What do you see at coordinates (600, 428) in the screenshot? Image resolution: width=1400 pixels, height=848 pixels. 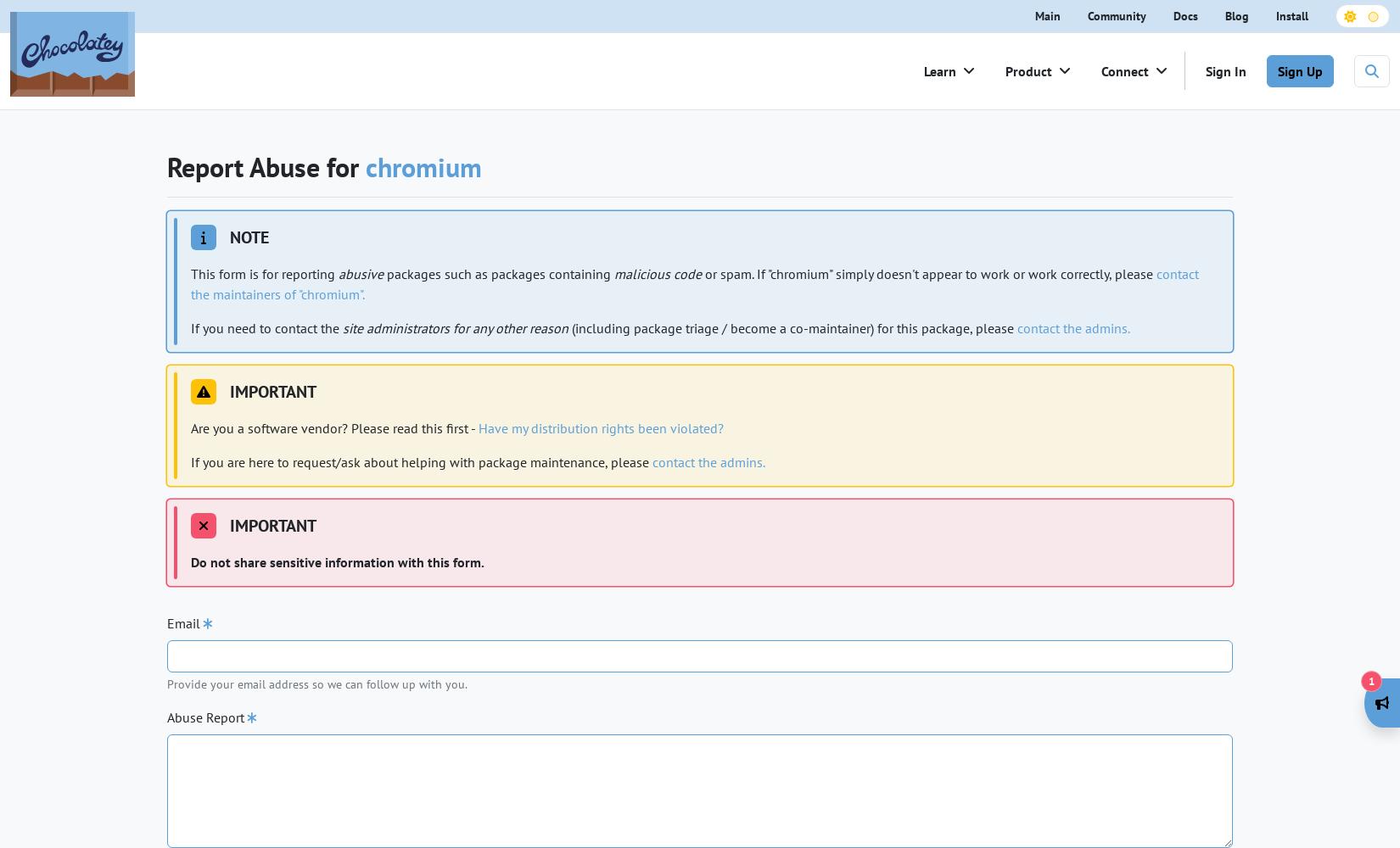 I see `'Have my distribution rights been violated?'` at bounding box center [600, 428].